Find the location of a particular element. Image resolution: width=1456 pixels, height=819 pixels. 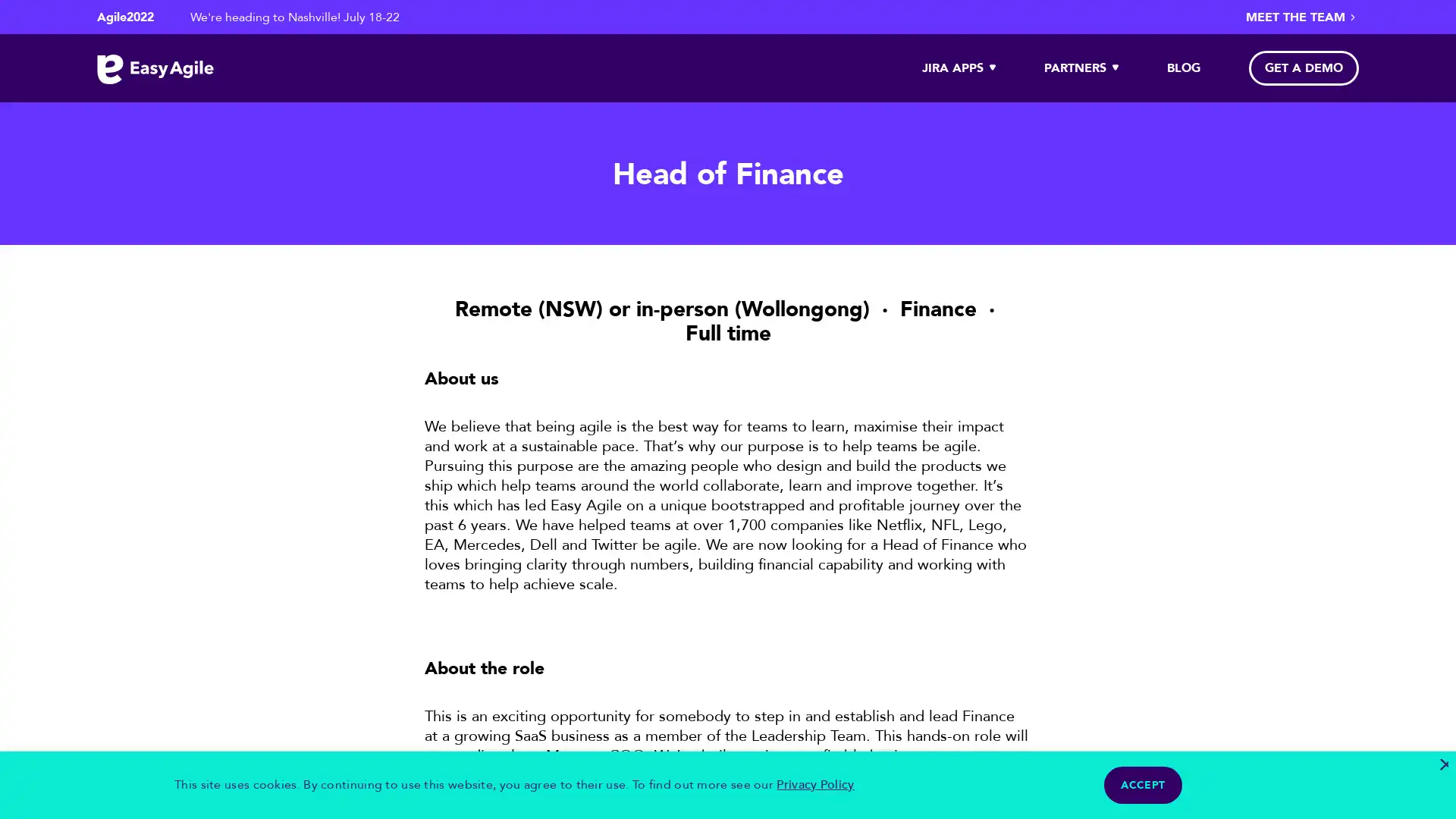

Close is located at coordinates (1442, 764).